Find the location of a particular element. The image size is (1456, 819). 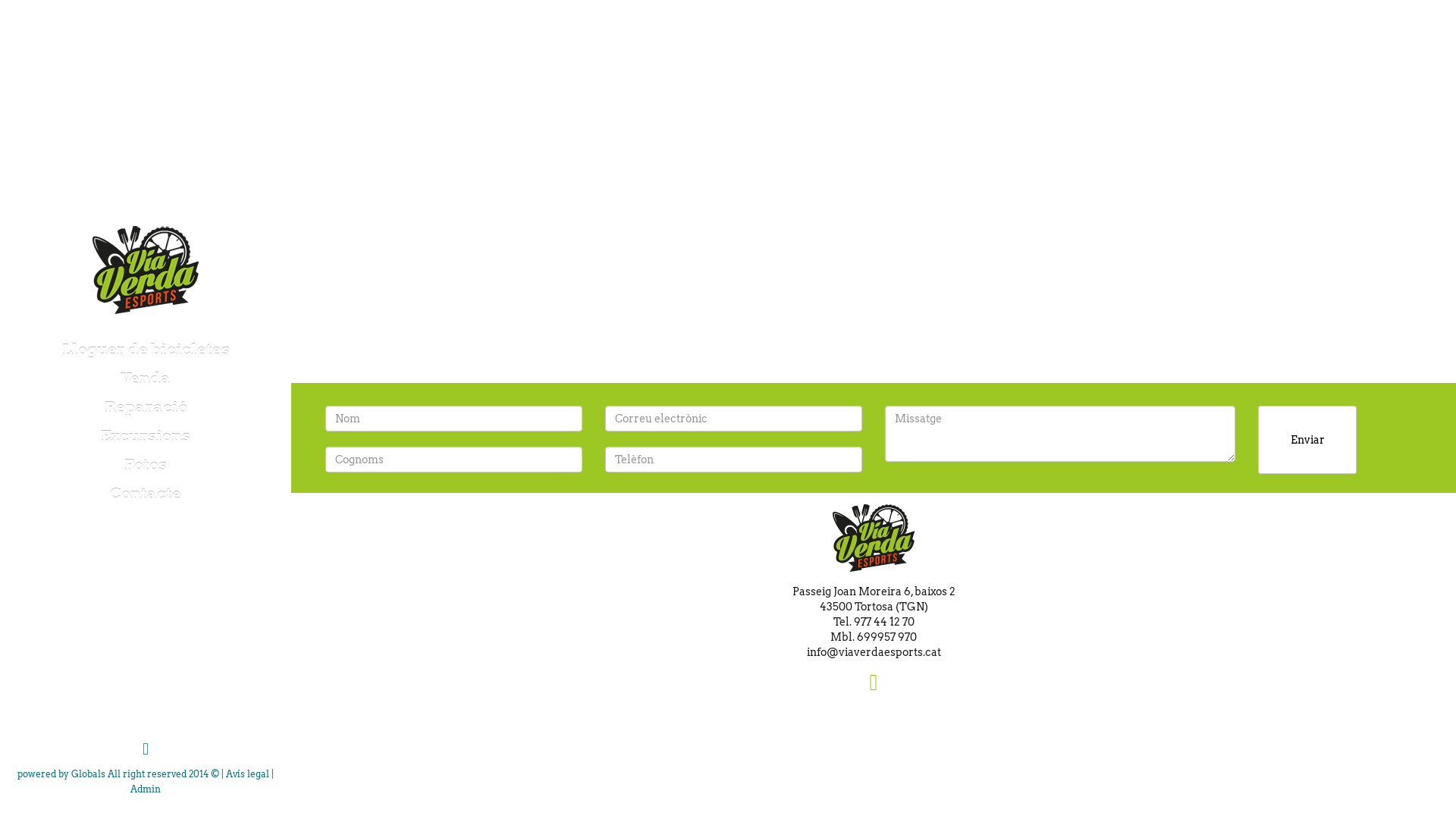

'Excursions' is located at coordinates (146, 436).